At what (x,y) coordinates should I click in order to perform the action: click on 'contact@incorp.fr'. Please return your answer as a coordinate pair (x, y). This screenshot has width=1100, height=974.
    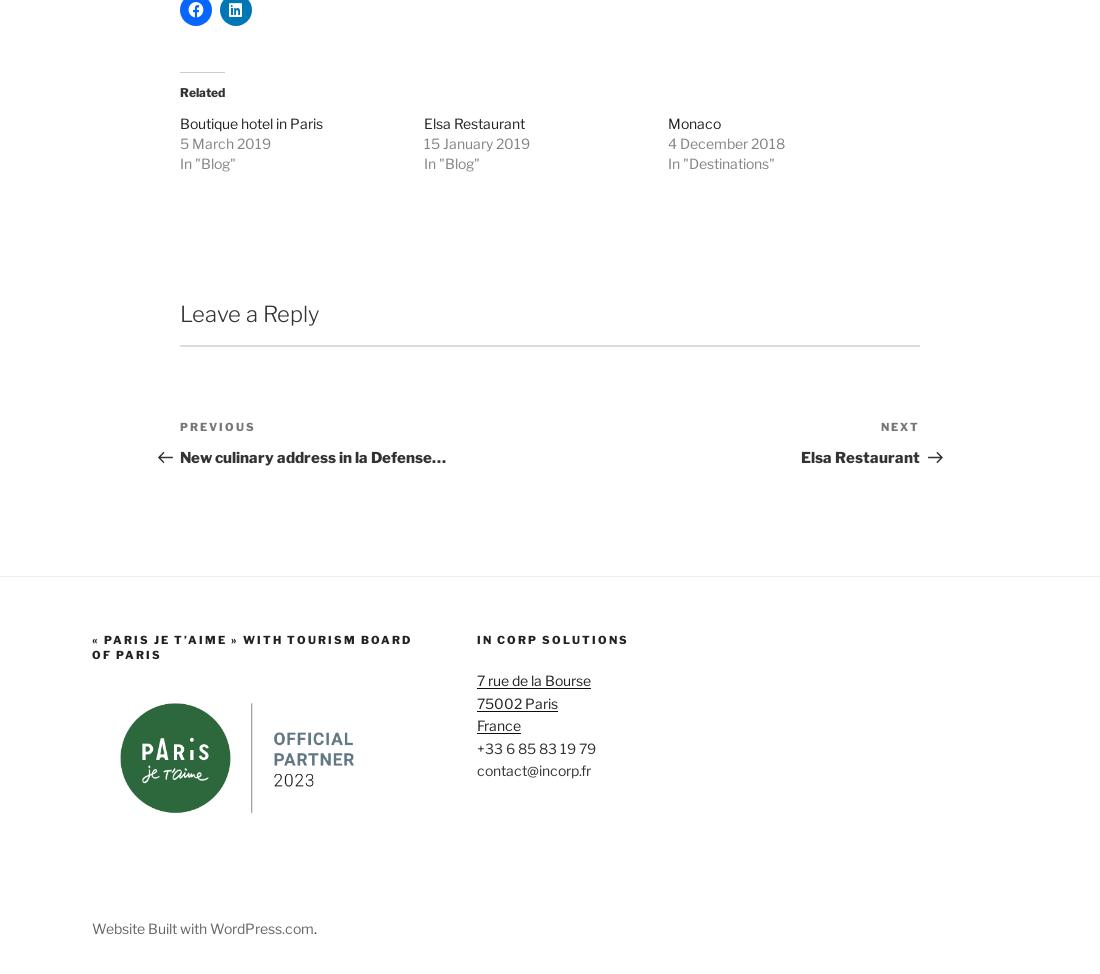
    Looking at the image, I should click on (474, 933).